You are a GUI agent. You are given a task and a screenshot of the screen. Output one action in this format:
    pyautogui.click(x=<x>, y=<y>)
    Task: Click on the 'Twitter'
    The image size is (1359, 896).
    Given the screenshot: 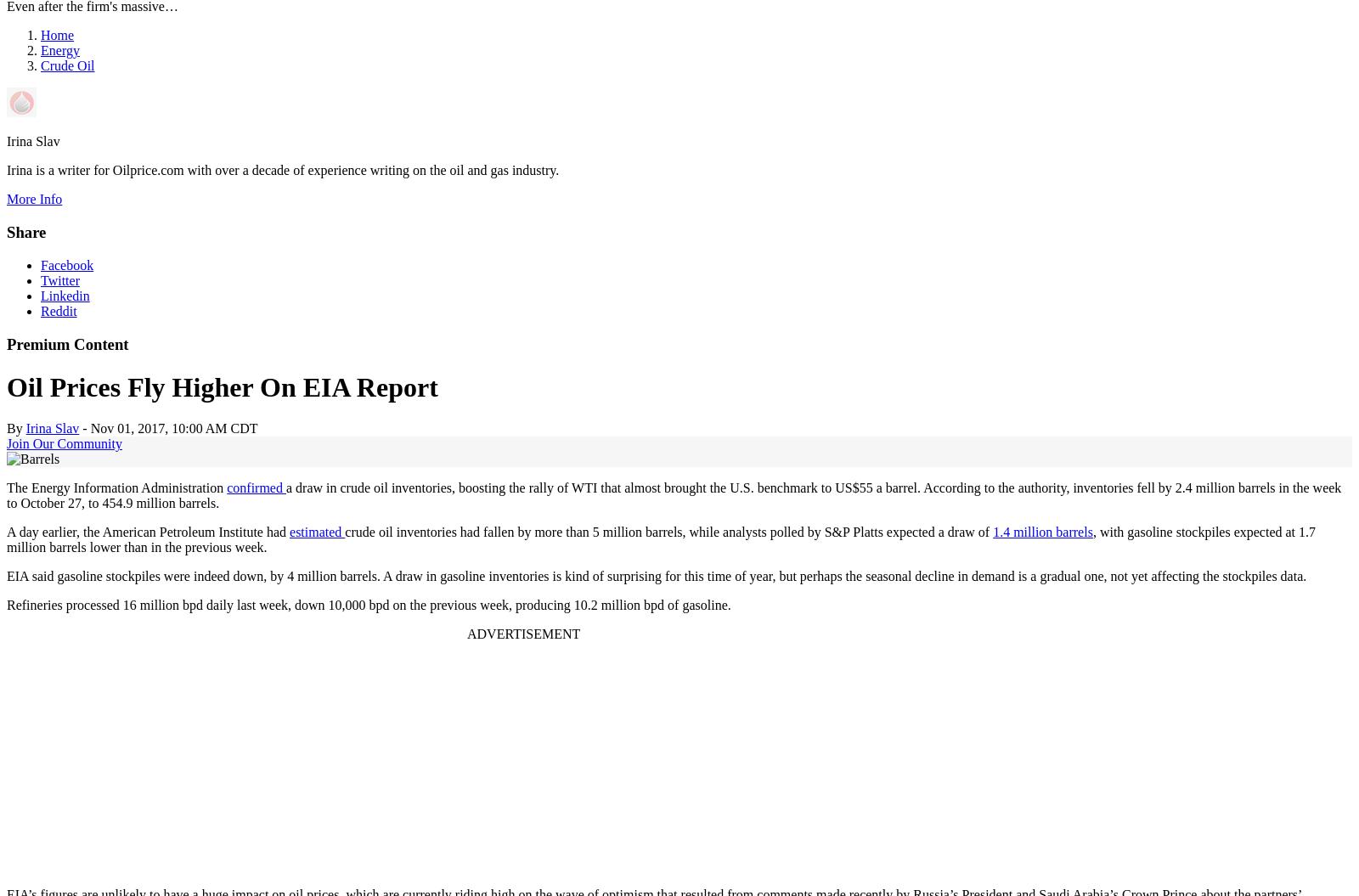 What is the action you would take?
    pyautogui.click(x=59, y=279)
    